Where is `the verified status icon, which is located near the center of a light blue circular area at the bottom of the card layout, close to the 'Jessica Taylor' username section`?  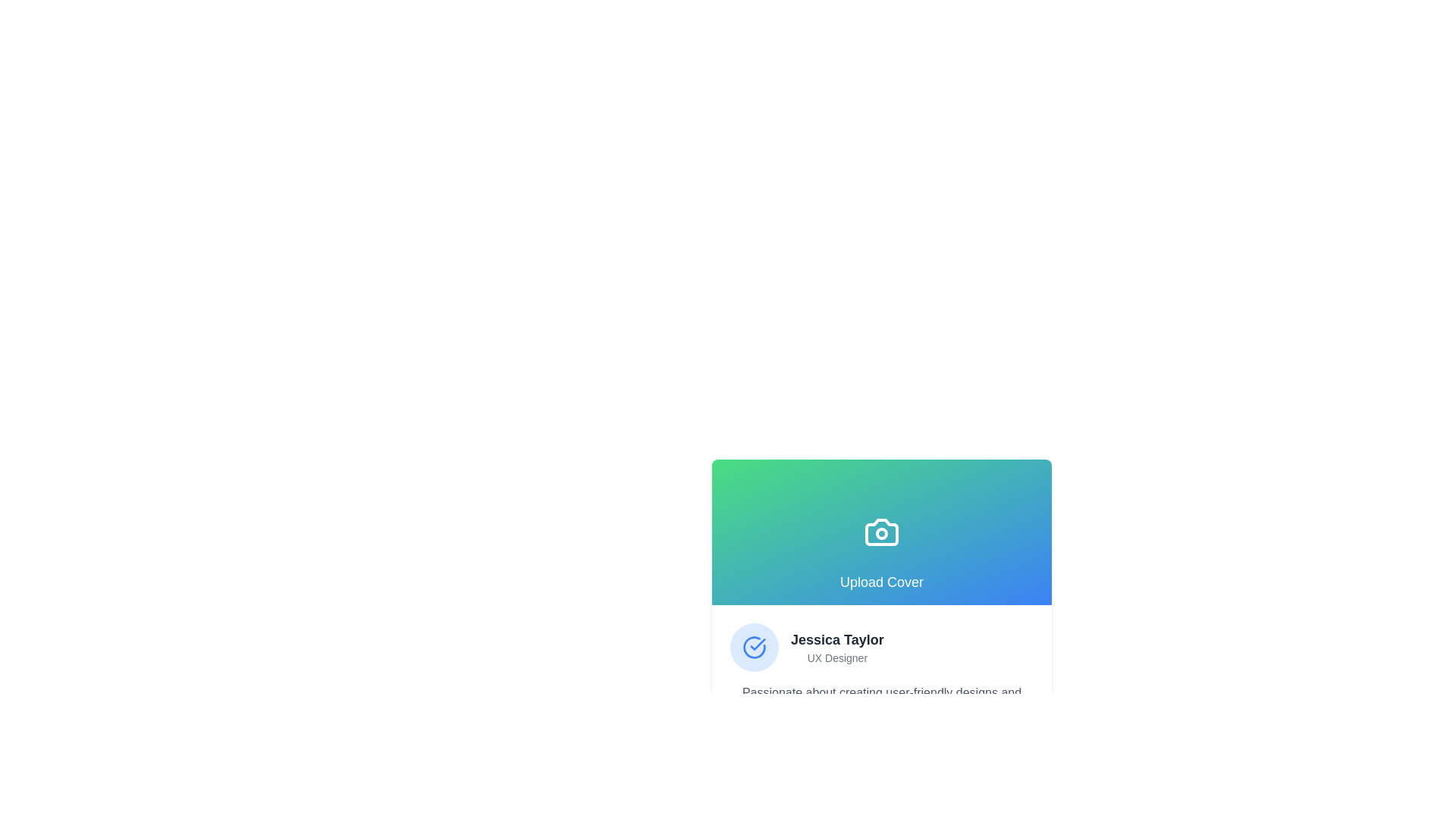
the verified status icon, which is located near the center of a light blue circular area at the bottom of the card layout, close to the 'Jessica Taylor' username section is located at coordinates (754, 647).